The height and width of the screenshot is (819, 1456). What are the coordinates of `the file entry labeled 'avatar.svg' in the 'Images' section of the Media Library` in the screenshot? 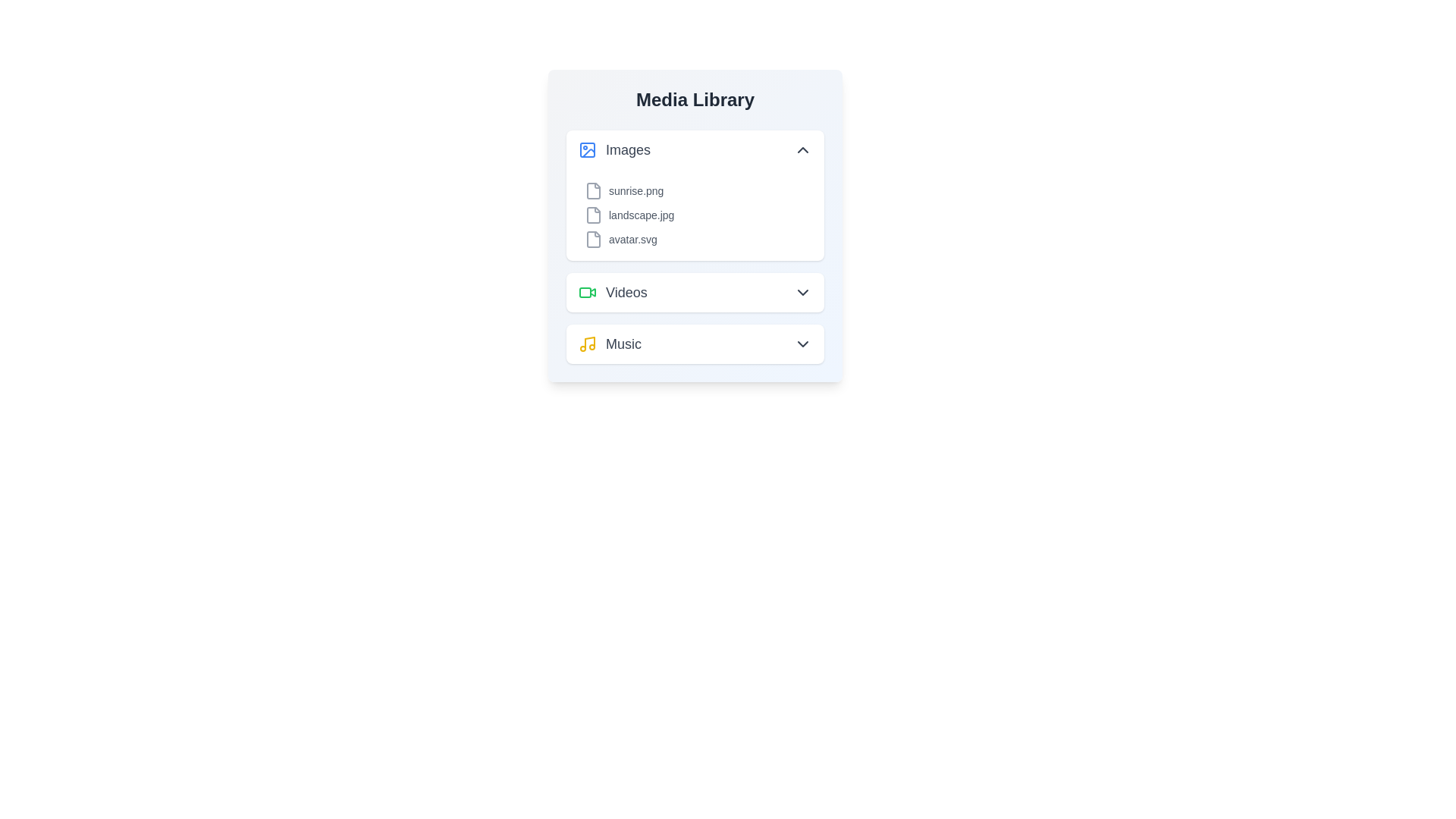 It's located at (694, 239).